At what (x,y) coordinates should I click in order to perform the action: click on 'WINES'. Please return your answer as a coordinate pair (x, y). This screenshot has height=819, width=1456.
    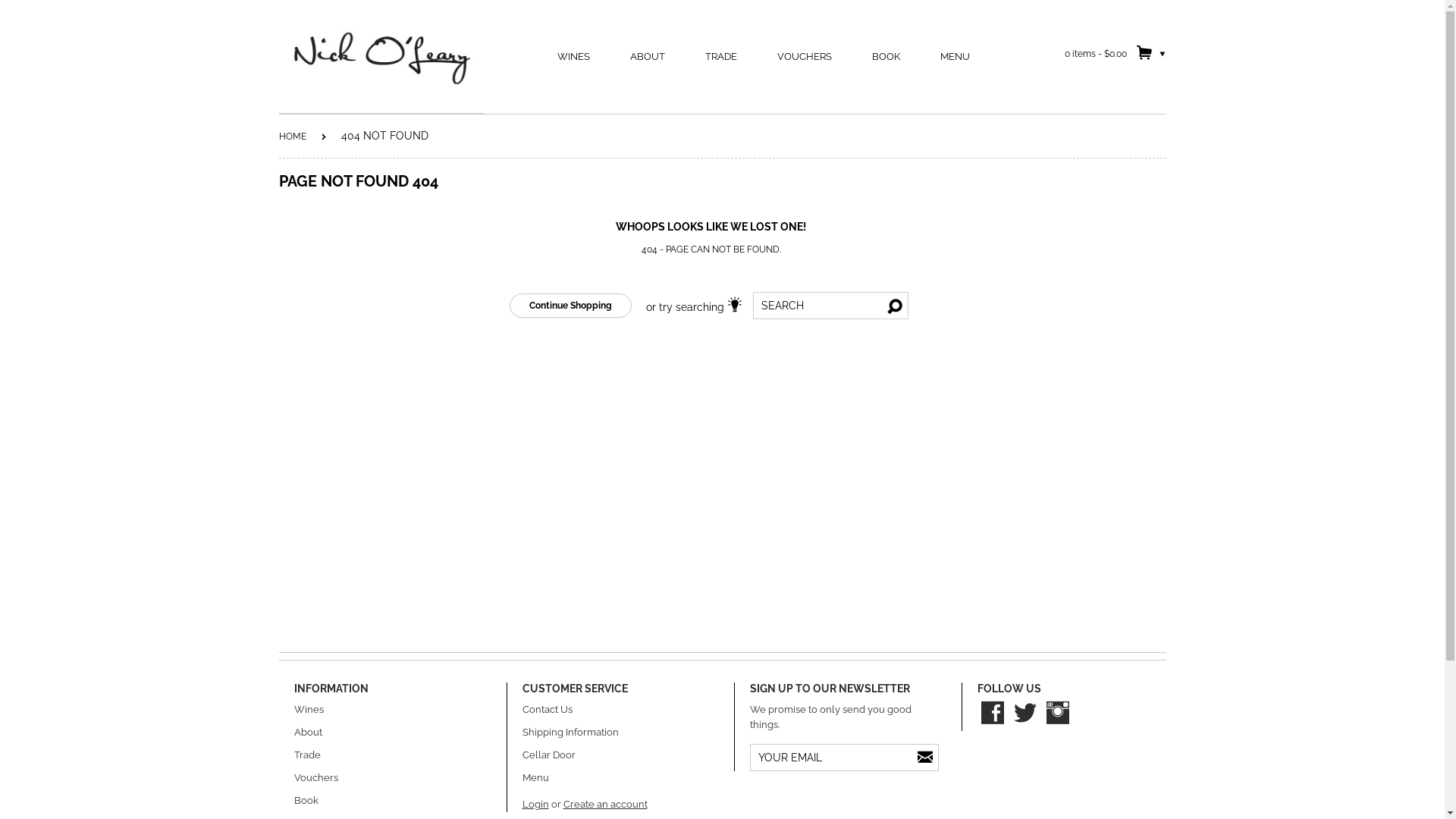
    Looking at the image, I should click on (546, 55).